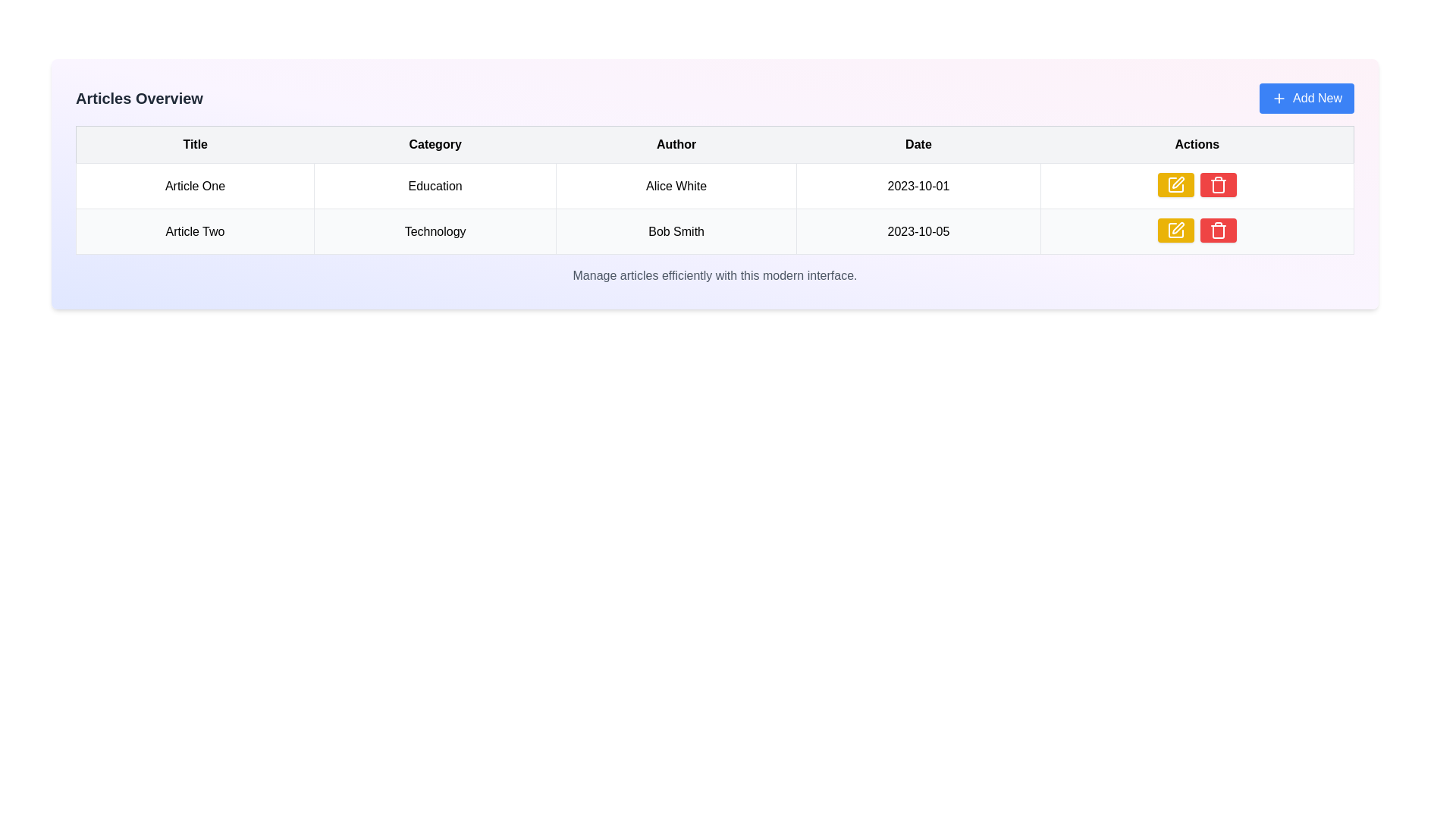  I want to click on the 'Title' table header cell, which is the first column header in a tabular layout, so click(194, 145).